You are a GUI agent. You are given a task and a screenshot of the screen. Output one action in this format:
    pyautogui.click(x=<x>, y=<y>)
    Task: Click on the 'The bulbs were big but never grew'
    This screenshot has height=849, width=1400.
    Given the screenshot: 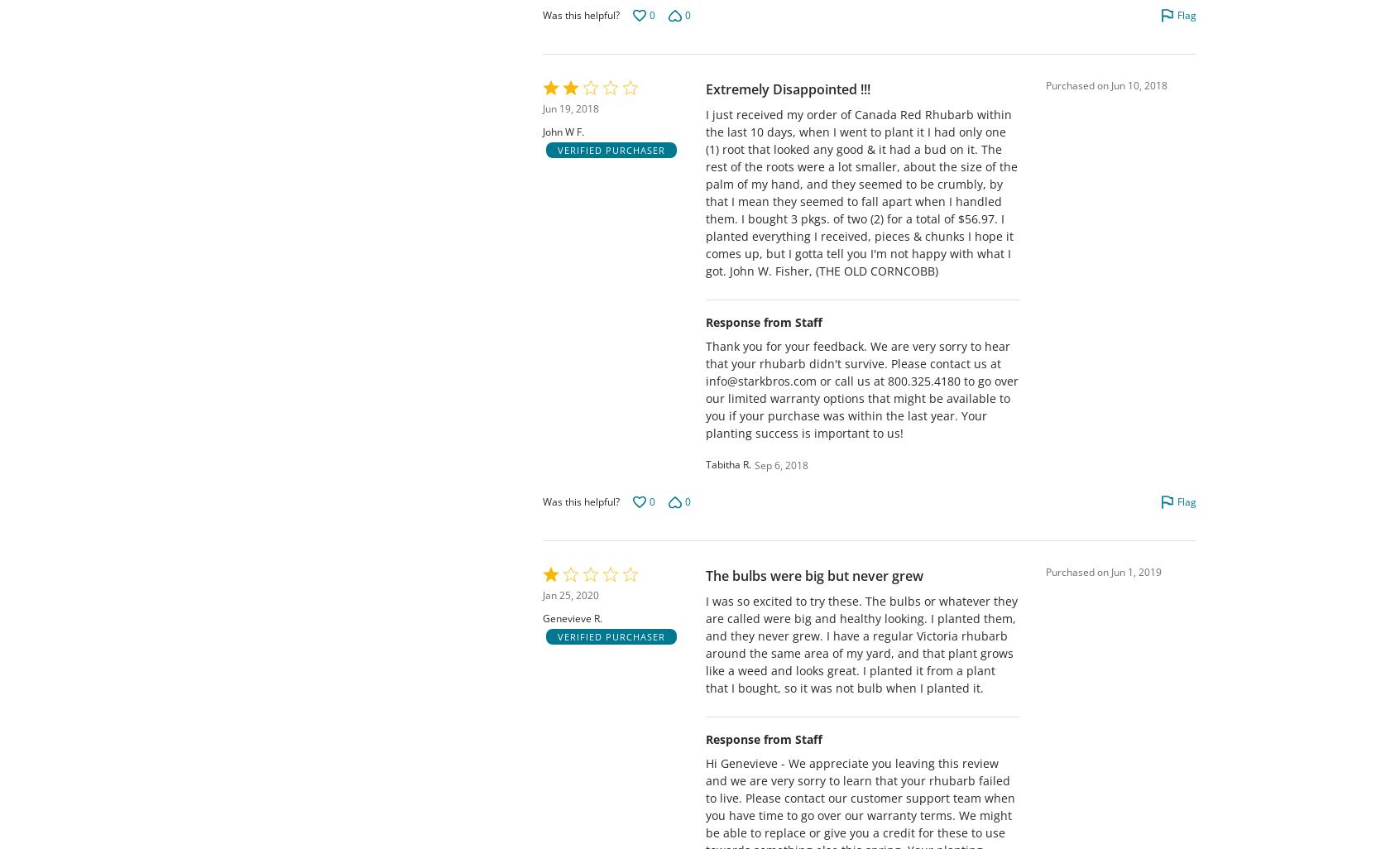 What is the action you would take?
    pyautogui.click(x=814, y=575)
    